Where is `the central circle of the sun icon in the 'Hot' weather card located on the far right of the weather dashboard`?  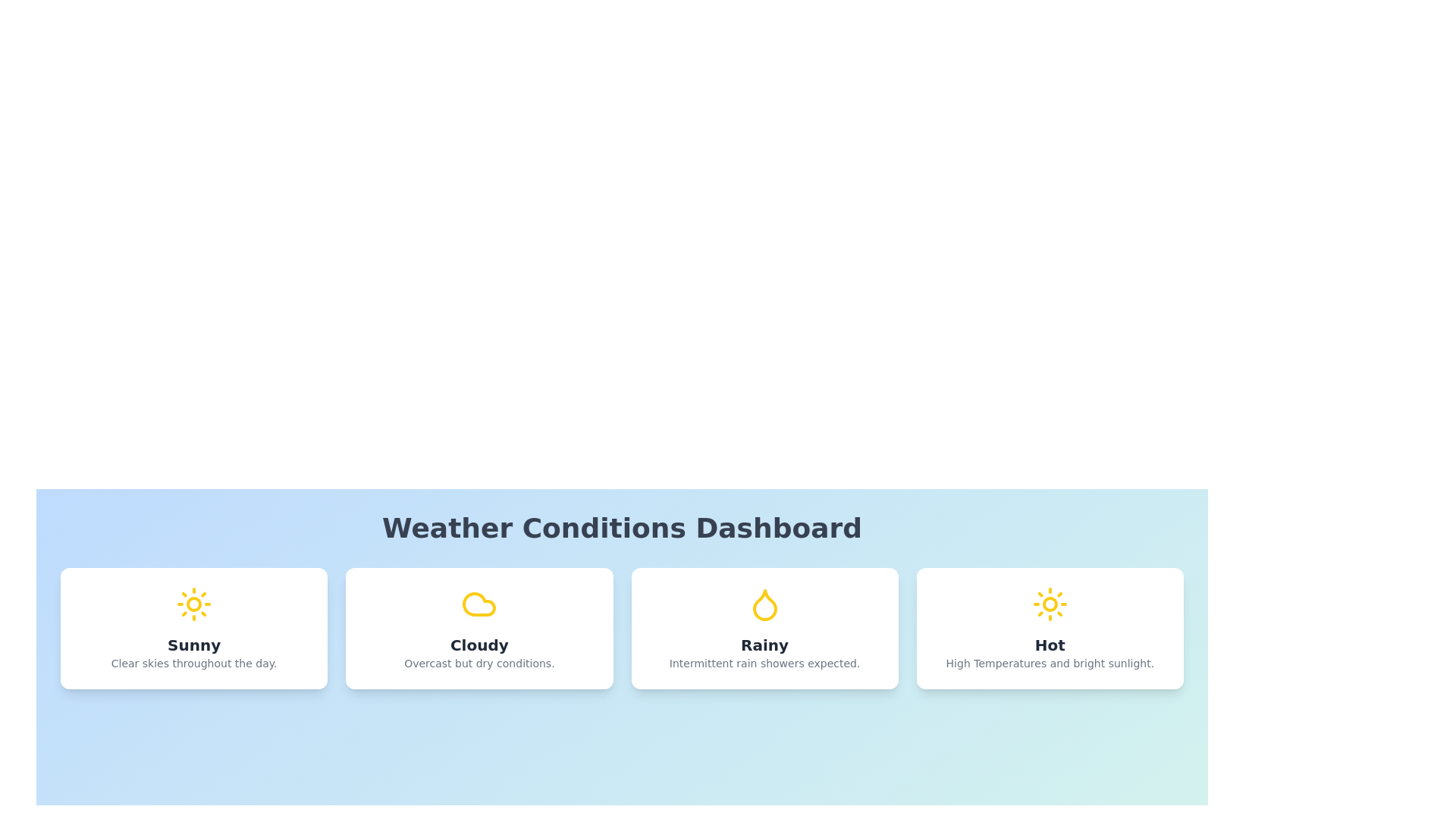 the central circle of the sun icon in the 'Hot' weather card located on the far right of the weather dashboard is located at coordinates (1049, 604).